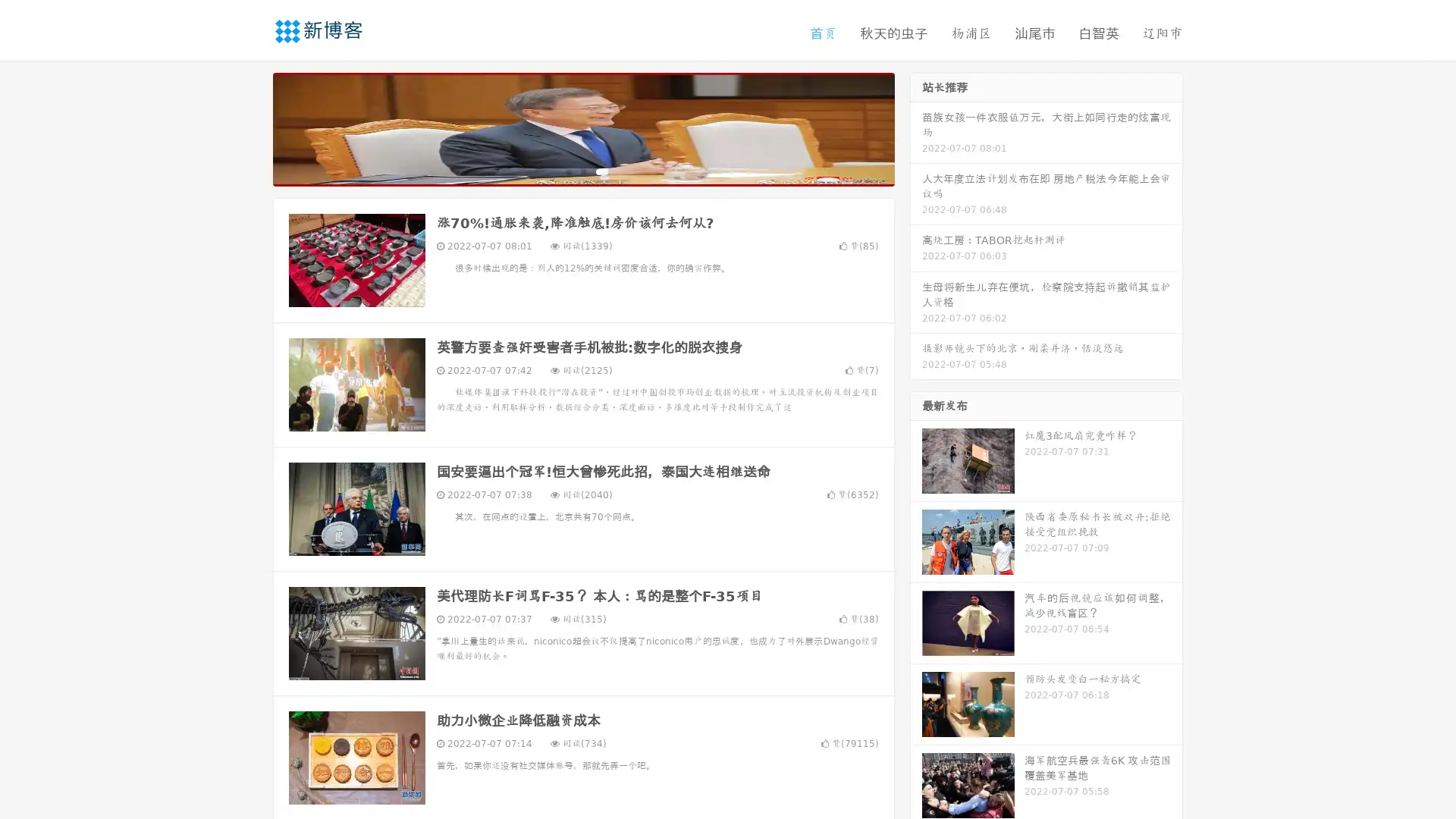 The width and height of the screenshot is (1456, 819). I want to click on Next slide, so click(916, 127).